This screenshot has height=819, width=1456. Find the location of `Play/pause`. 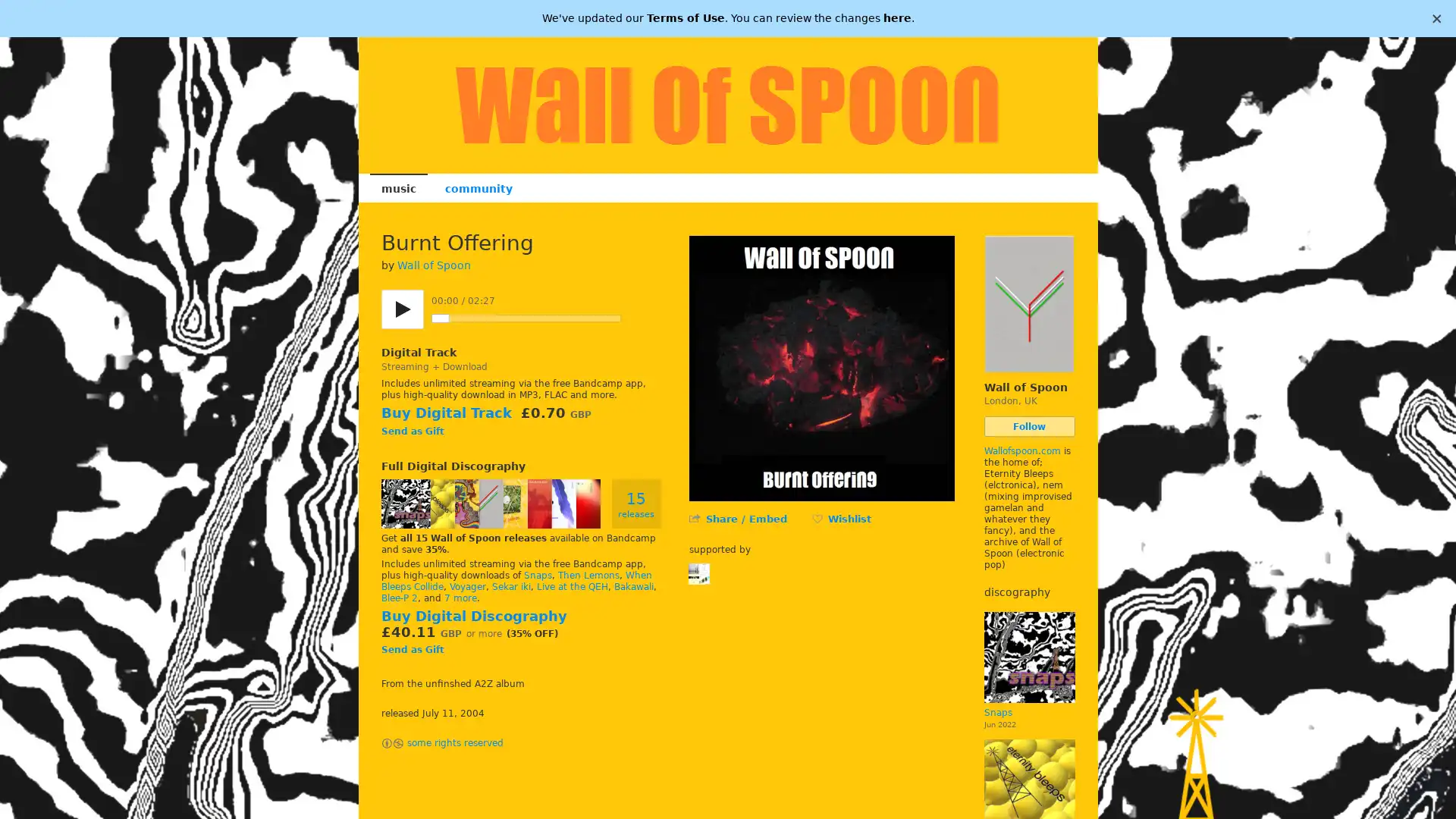

Play/pause is located at coordinates (401, 309).